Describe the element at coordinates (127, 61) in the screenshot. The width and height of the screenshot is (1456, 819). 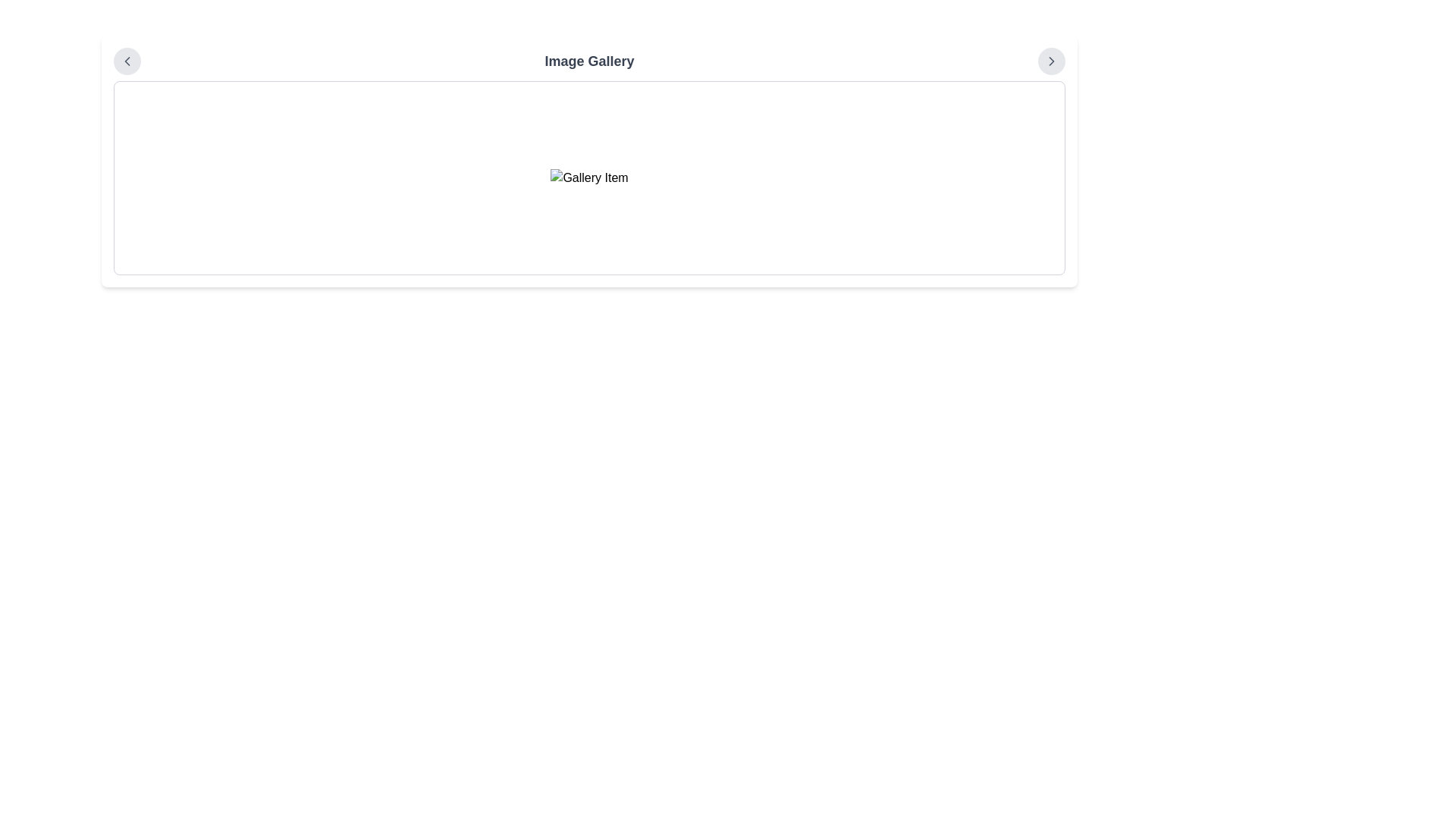
I see `the 'Backward' navigation button, which is a circular button with a light gray background located near the top-left corner of the content section in the image gallery interface` at that location.